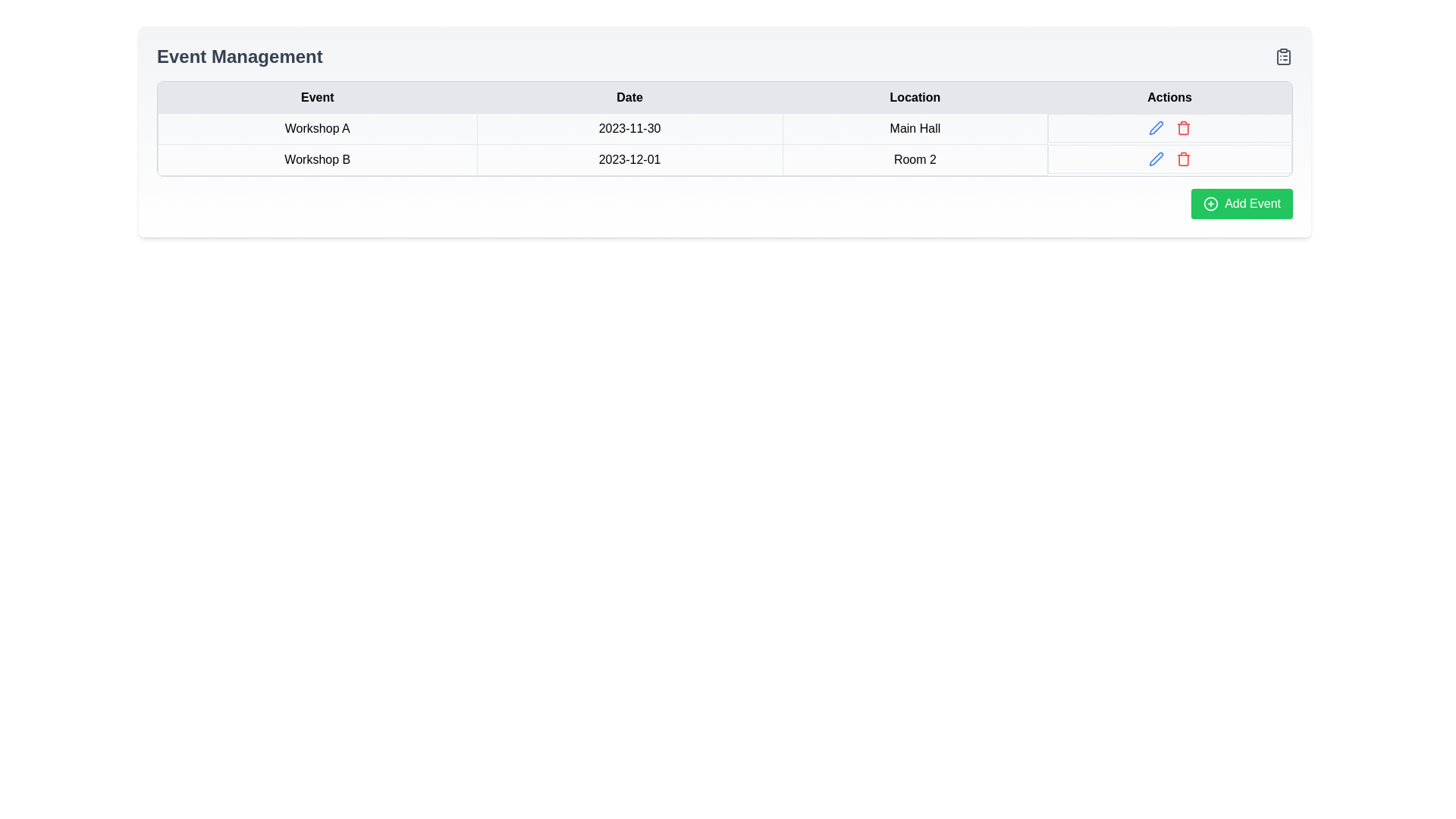 The height and width of the screenshot is (819, 1456). What do you see at coordinates (1169, 127) in the screenshot?
I see `the interactive icons in the 'Actions' column of the table corresponding to 'Workshop A', '2023-11-30', and 'Main Hall'` at bounding box center [1169, 127].